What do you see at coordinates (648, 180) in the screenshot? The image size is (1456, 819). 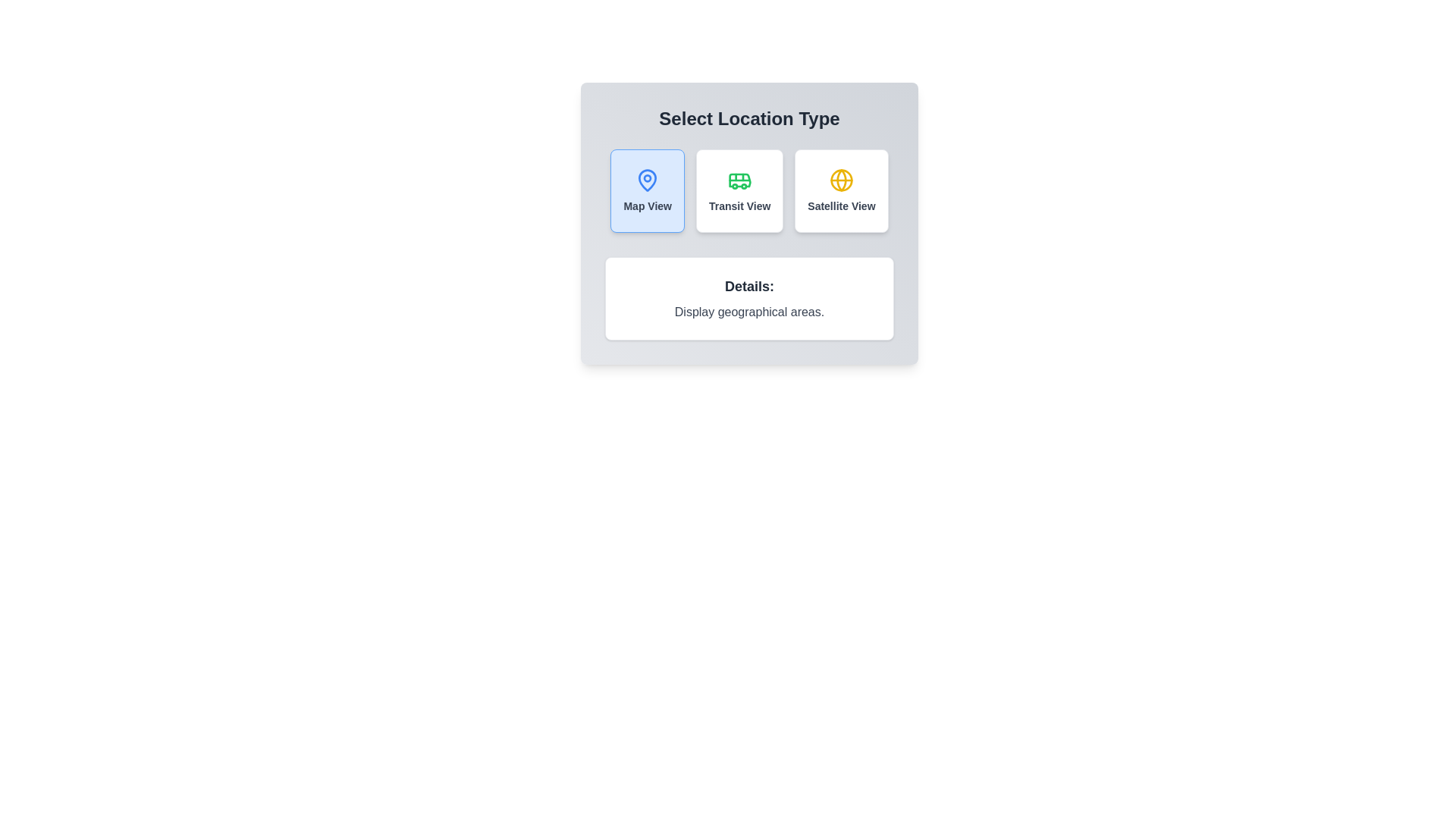 I see `the pin icon located at the top center of the 'Map View' region, which signifies map-related functionality` at bounding box center [648, 180].